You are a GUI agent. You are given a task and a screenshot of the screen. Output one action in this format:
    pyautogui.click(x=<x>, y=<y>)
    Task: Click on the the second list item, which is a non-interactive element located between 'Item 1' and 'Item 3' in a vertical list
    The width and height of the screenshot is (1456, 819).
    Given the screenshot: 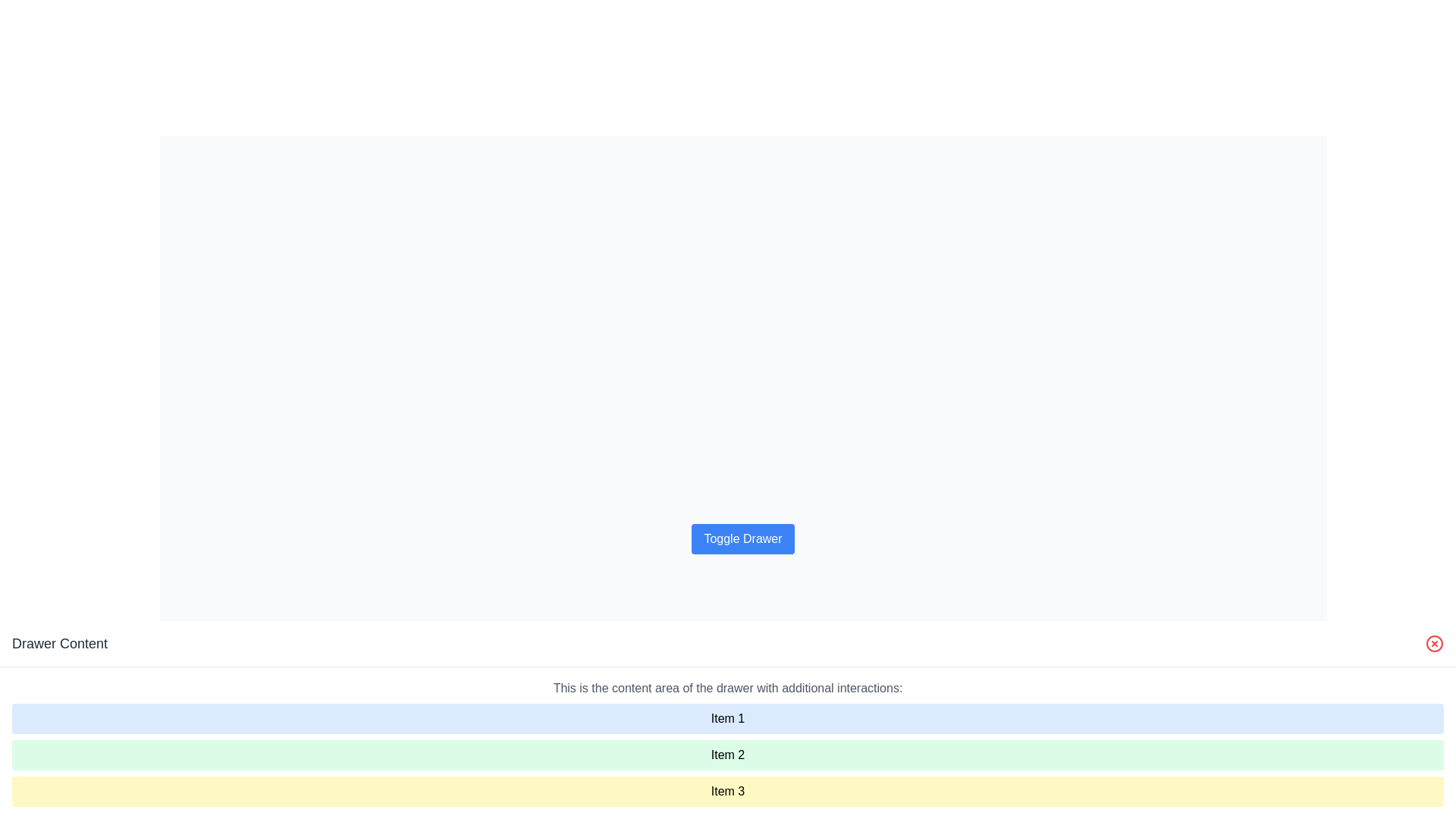 What is the action you would take?
    pyautogui.click(x=728, y=755)
    